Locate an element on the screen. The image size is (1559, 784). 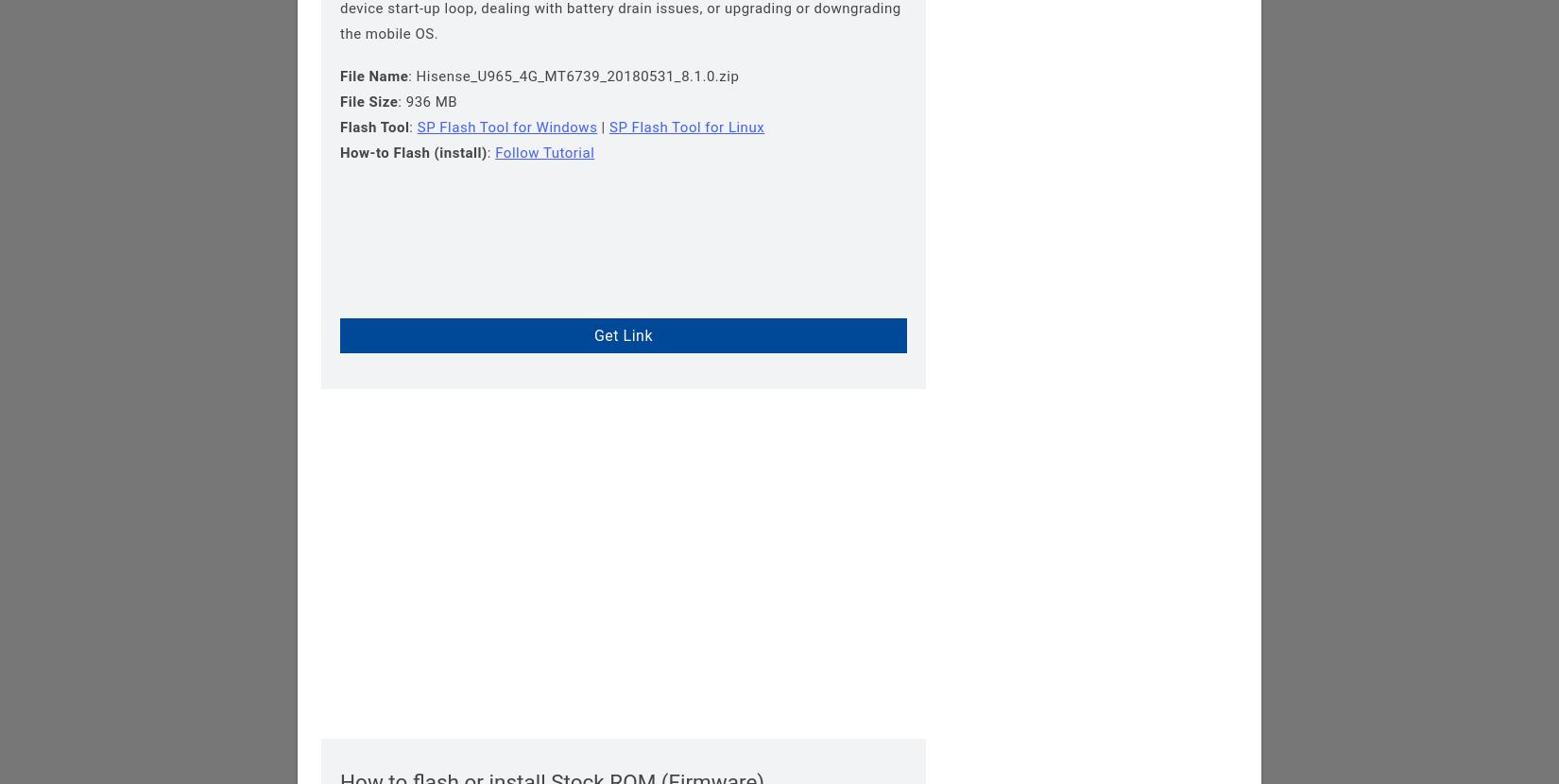
': Hisense_U965_4G_MT6739_20180531_8.1.0.zip' is located at coordinates (573, 76).